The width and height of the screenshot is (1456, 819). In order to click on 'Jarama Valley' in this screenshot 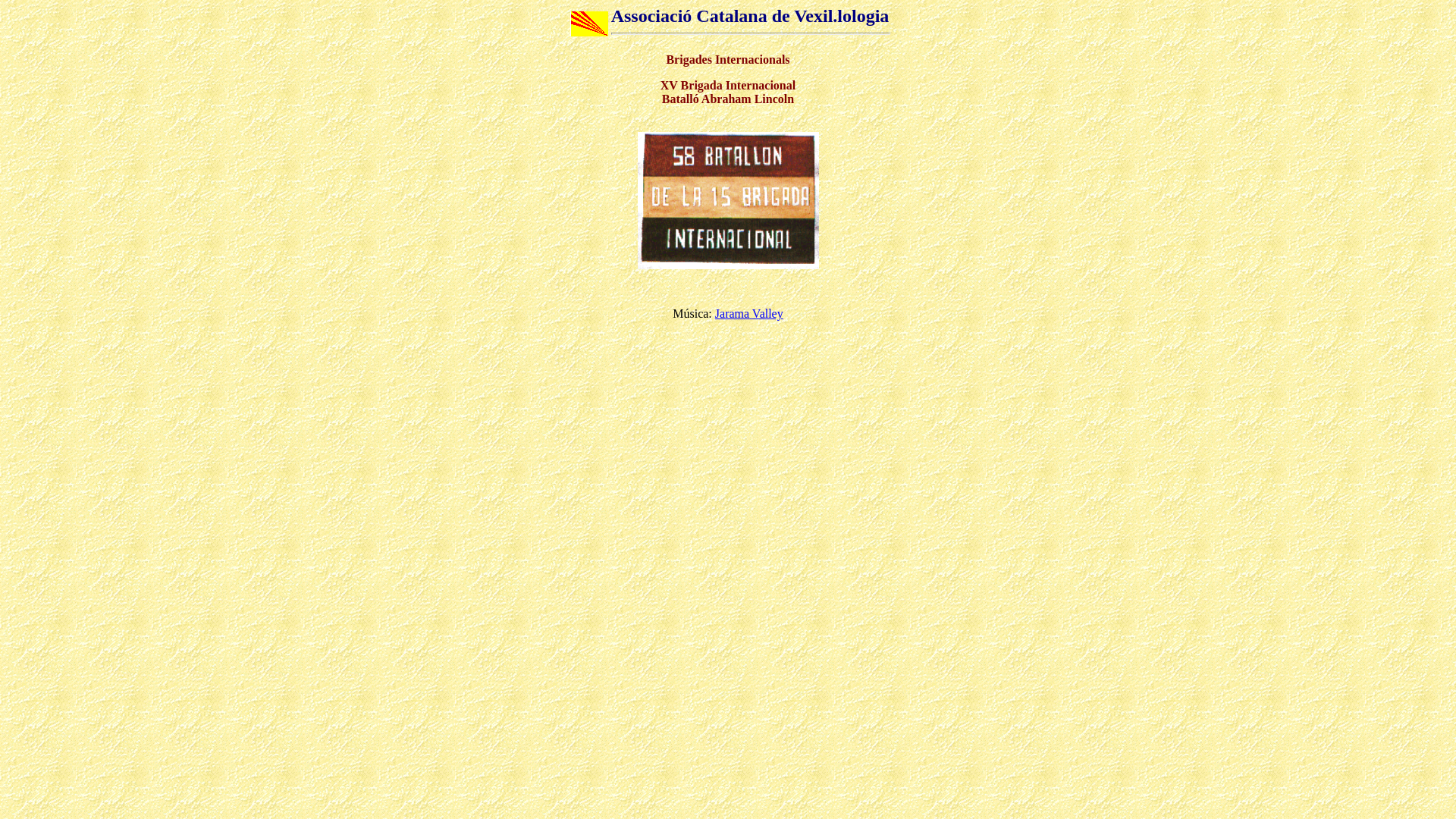, I will do `click(714, 312)`.